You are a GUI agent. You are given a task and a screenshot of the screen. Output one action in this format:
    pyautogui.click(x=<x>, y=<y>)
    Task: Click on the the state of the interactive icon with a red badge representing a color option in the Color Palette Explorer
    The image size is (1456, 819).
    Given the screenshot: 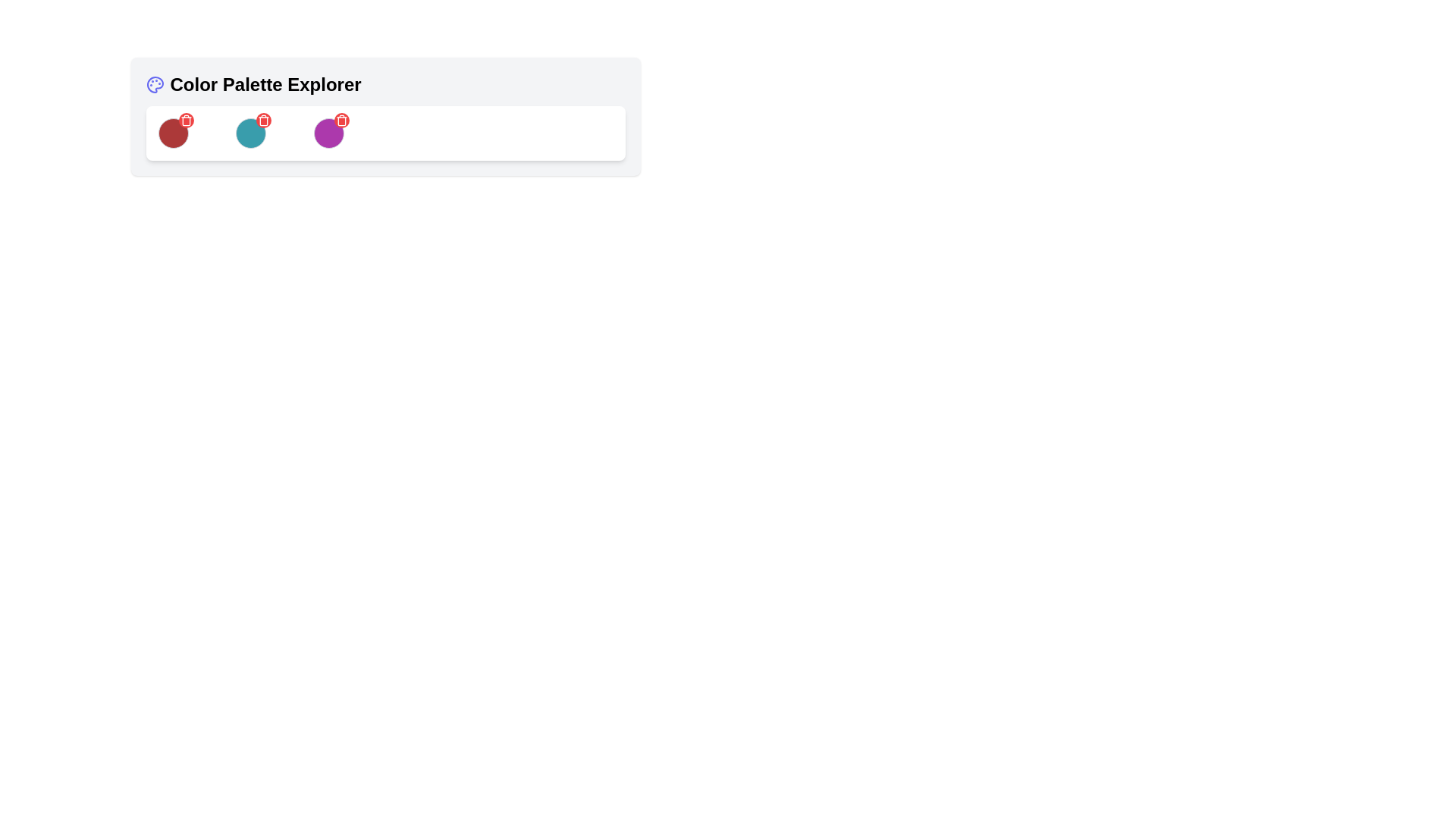 What is the action you would take?
    pyautogui.click(x=251, y=133)
    